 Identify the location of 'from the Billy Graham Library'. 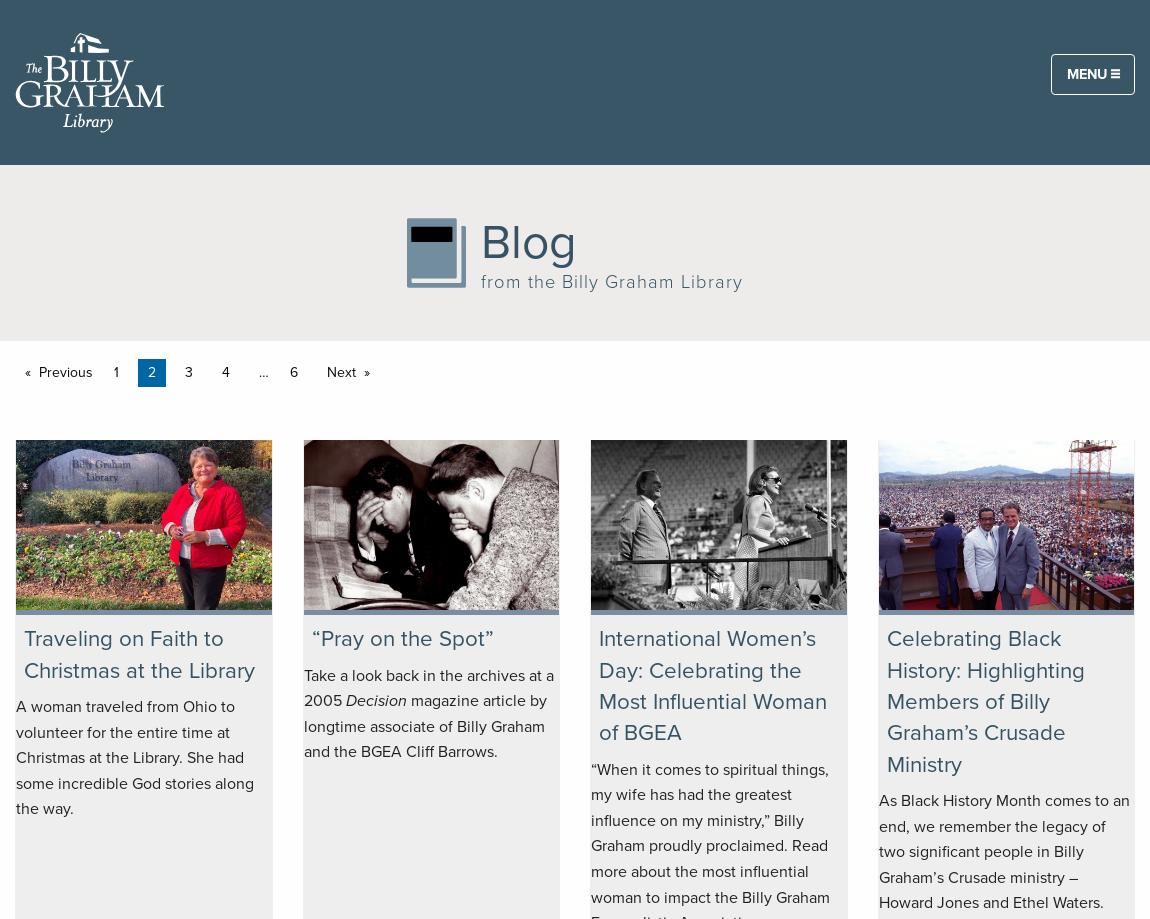
(609, 279).